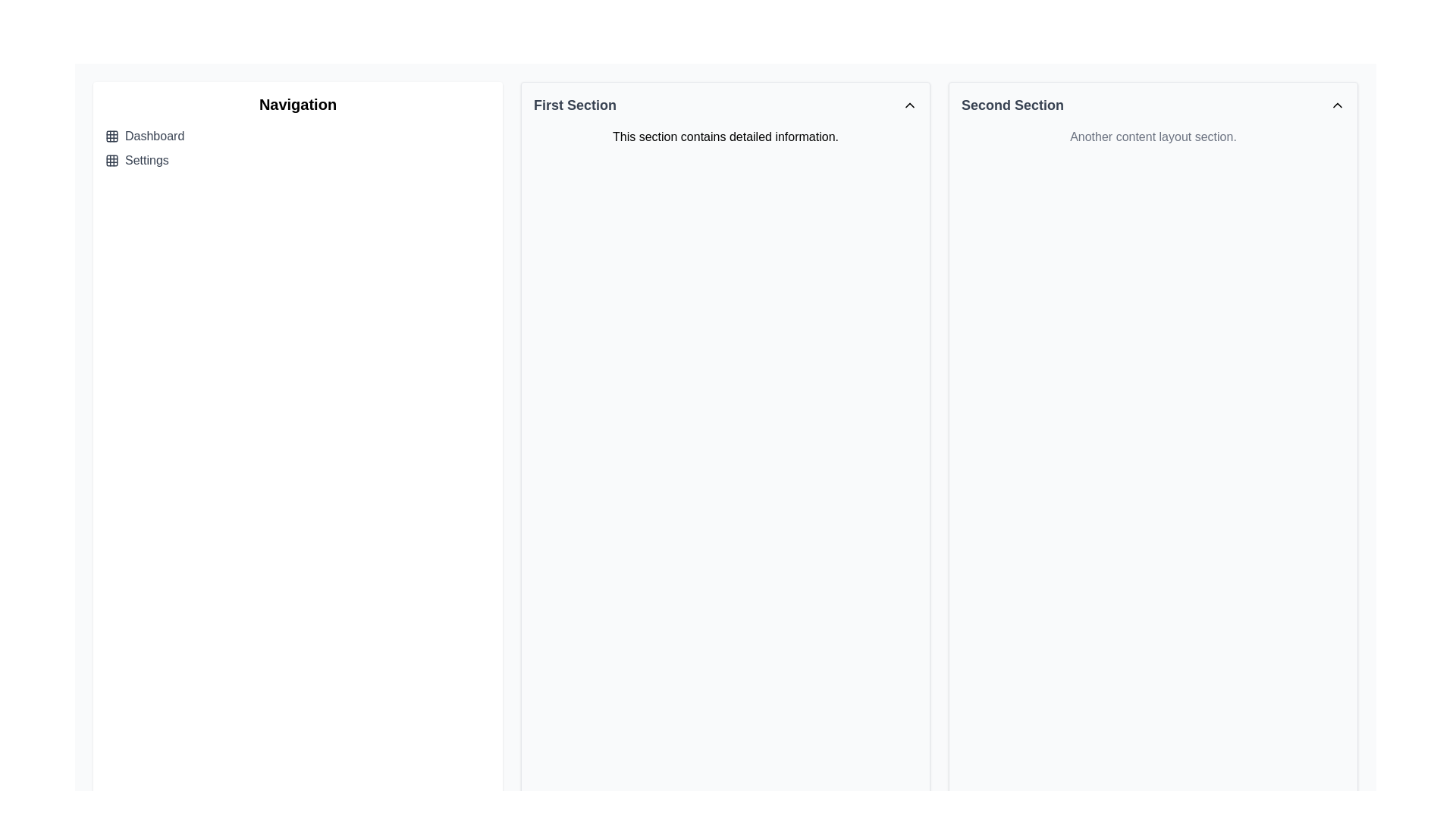 This screenshot has width=1456, height=819. What do you see at coordinates (298, 161) in the screenshot?
I see `the 'Settings' navigation link located in the left navigation panel, positioned below the 'Dashboard' item` at bounding box center [298, 161].